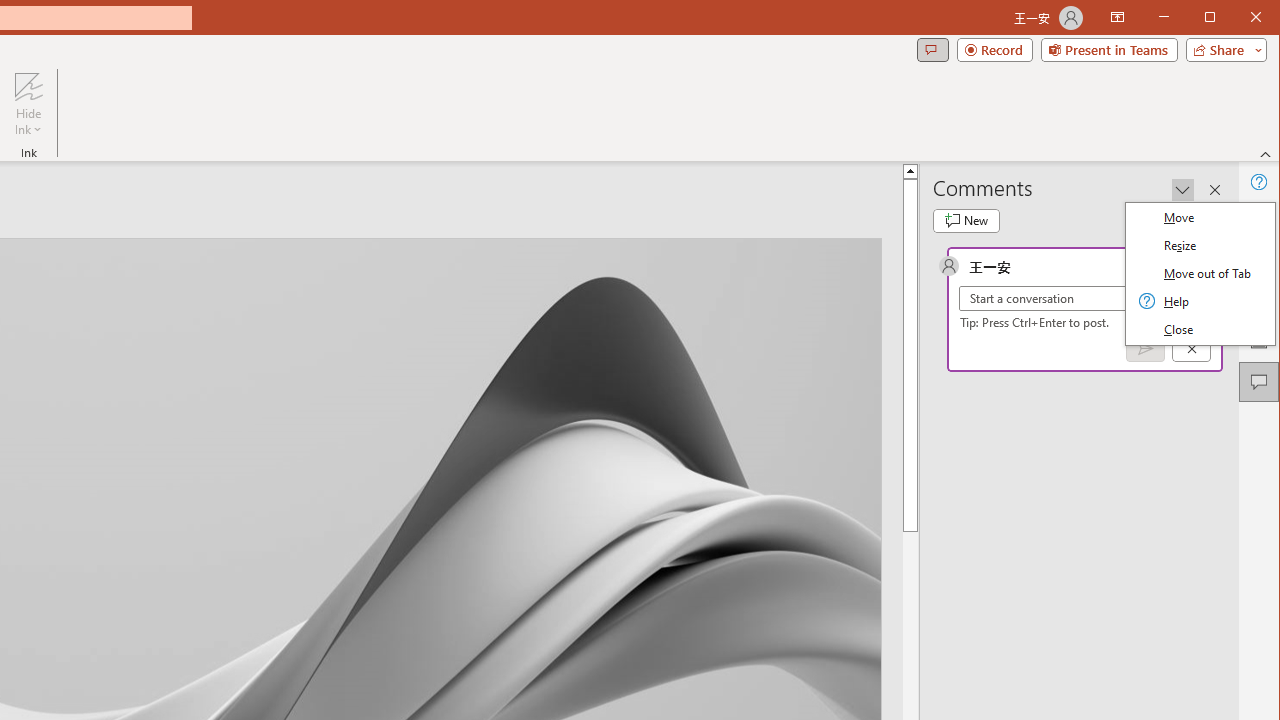 The image size is (1280, 720). I want to click on 'Minimize', so click(1215, 19).